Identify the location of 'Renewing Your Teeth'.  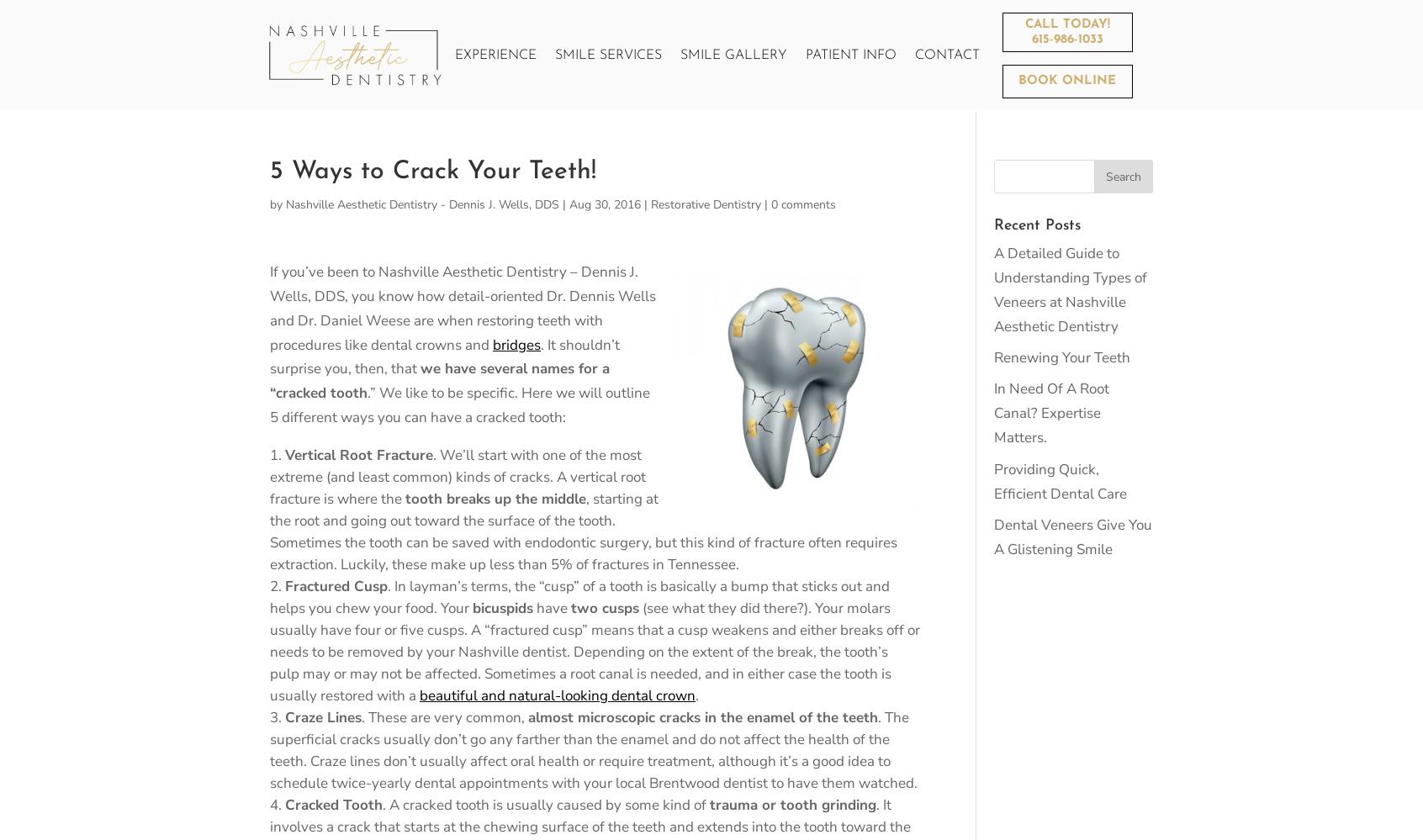
(1061, 357).